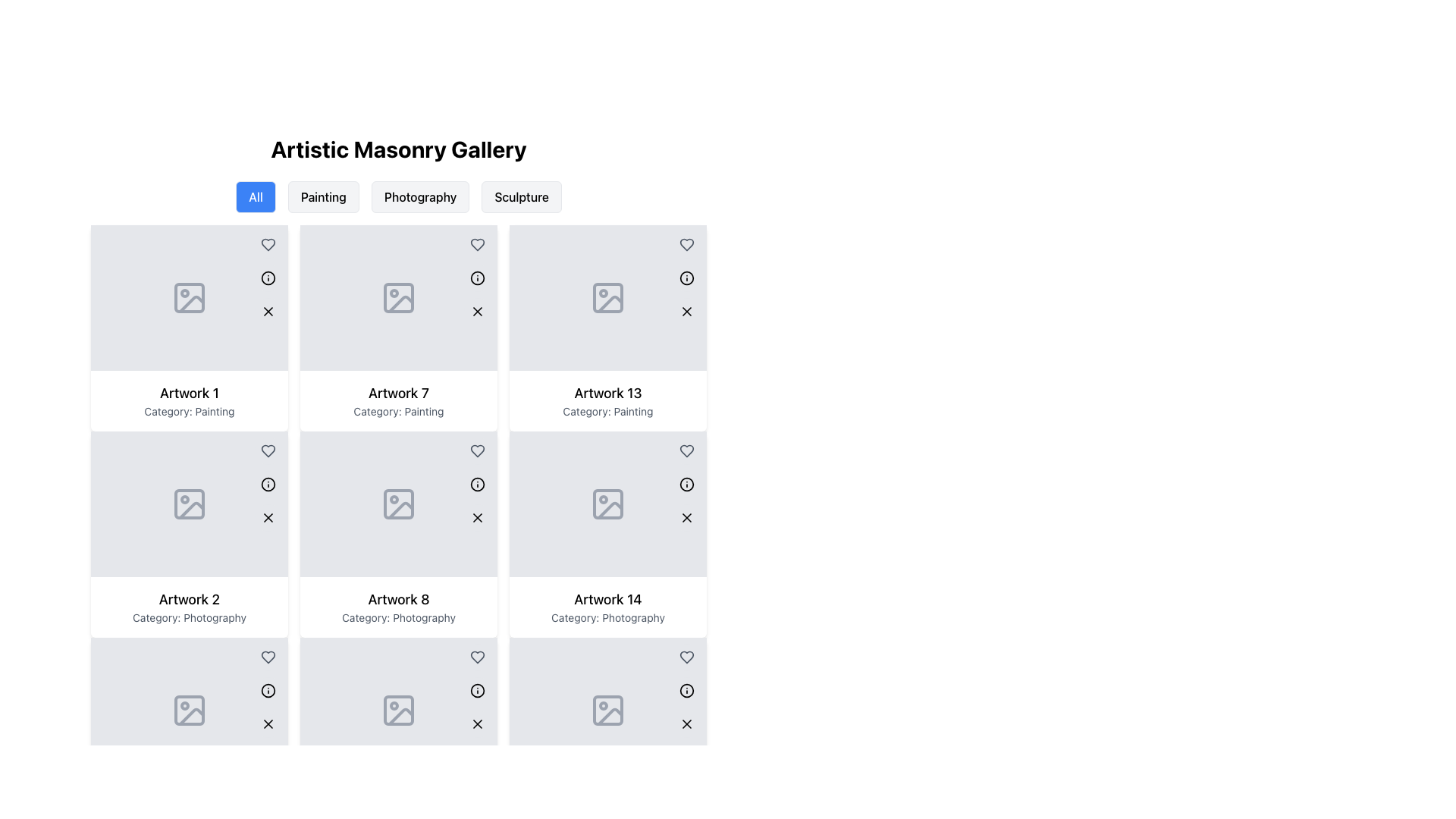 The height and width of the screenshot is (819, 1456). What do you see at coordinates (268, 657) in the screenshot?
I see `the heart icon located inside the card for 'Artwork 2' in the bottom row of the leftmost column to favorite the item` at bounding box center [268, 657].